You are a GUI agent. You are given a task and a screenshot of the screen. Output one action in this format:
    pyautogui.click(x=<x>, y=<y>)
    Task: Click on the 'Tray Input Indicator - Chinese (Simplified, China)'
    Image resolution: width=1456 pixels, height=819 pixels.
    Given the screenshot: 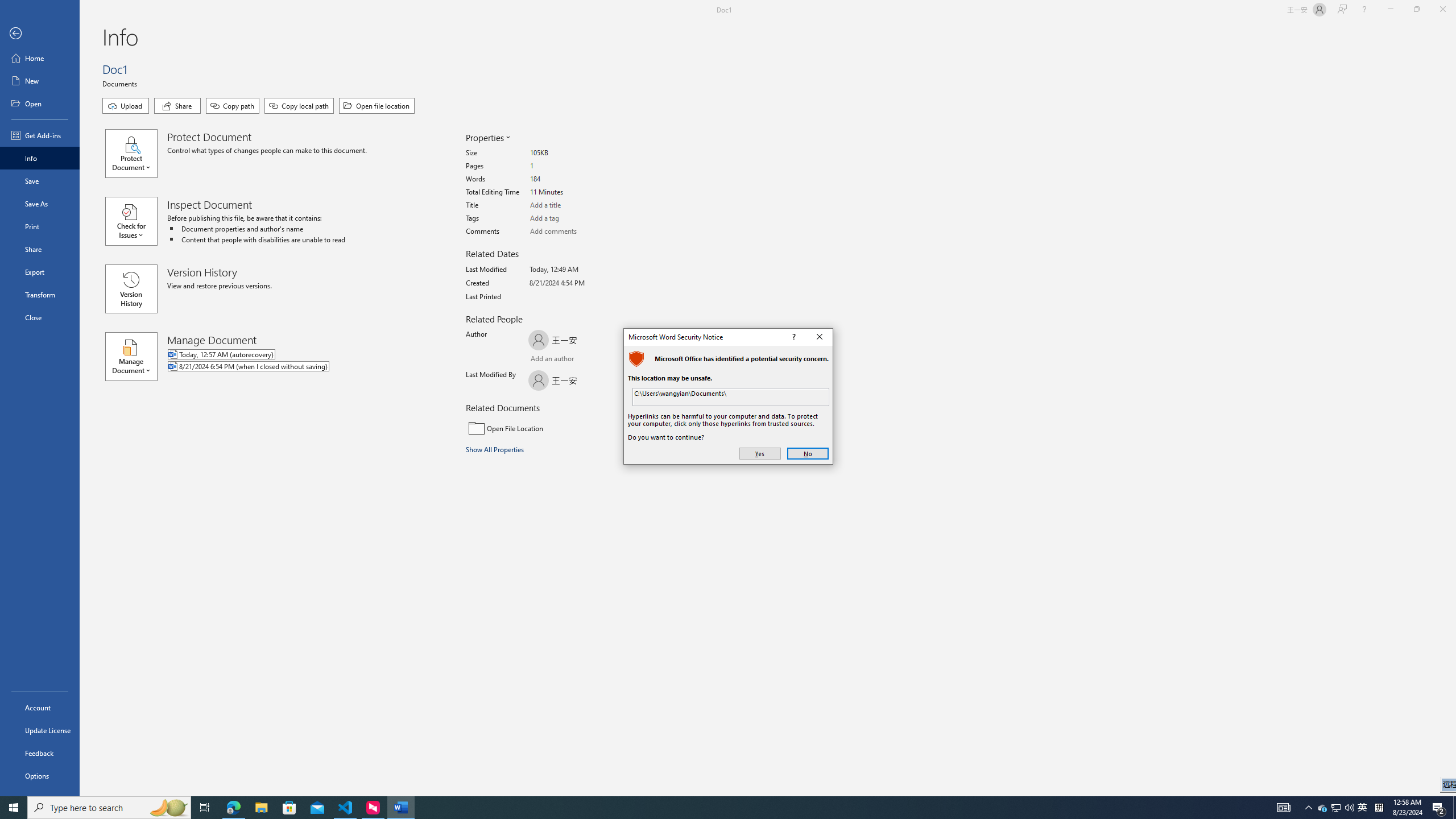 What is the action you would take?
    pyautogui.click(x=1379, y=806)
    